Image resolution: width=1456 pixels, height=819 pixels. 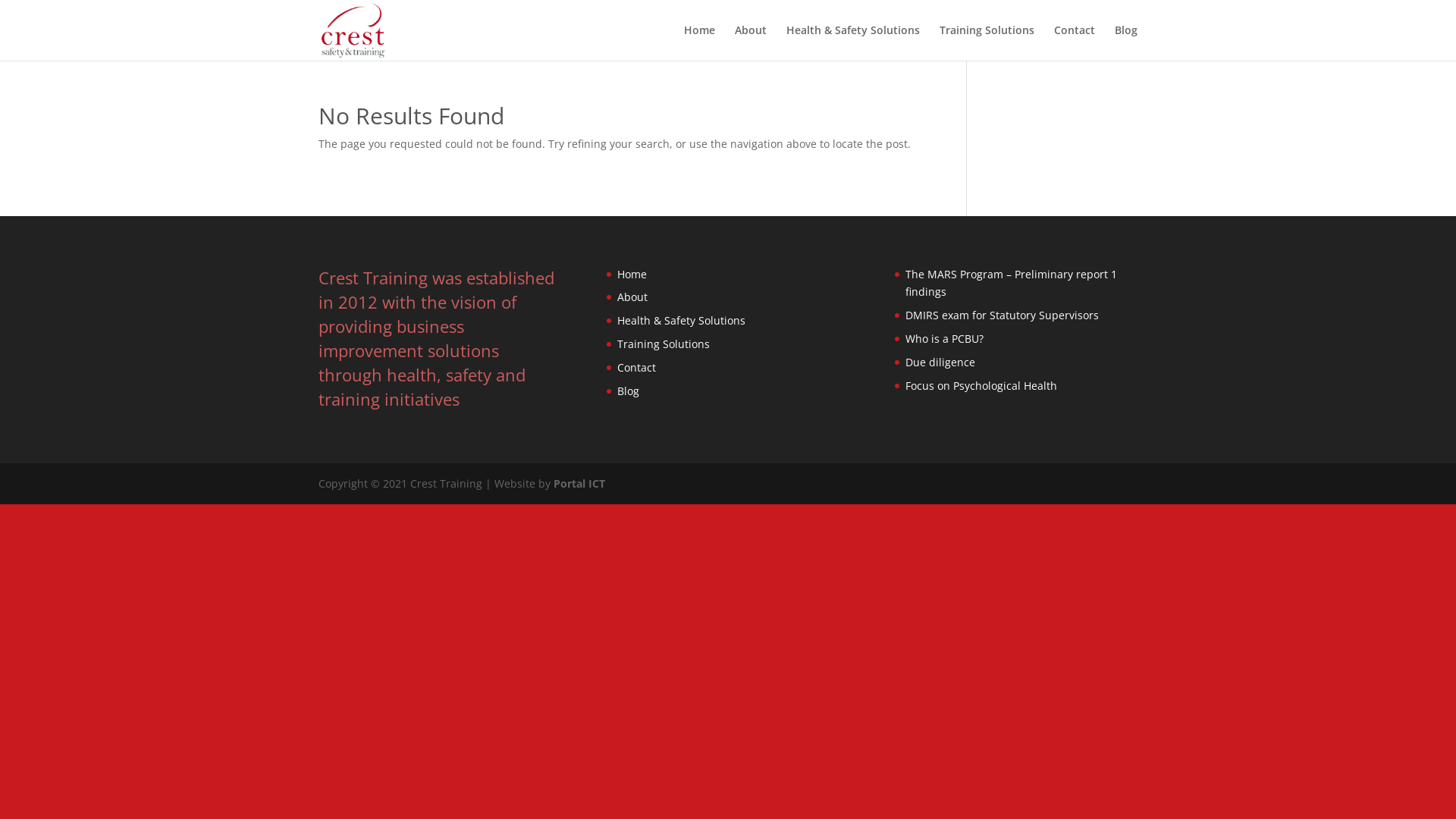 I want to click on 'About', so click(x=750, y=42).